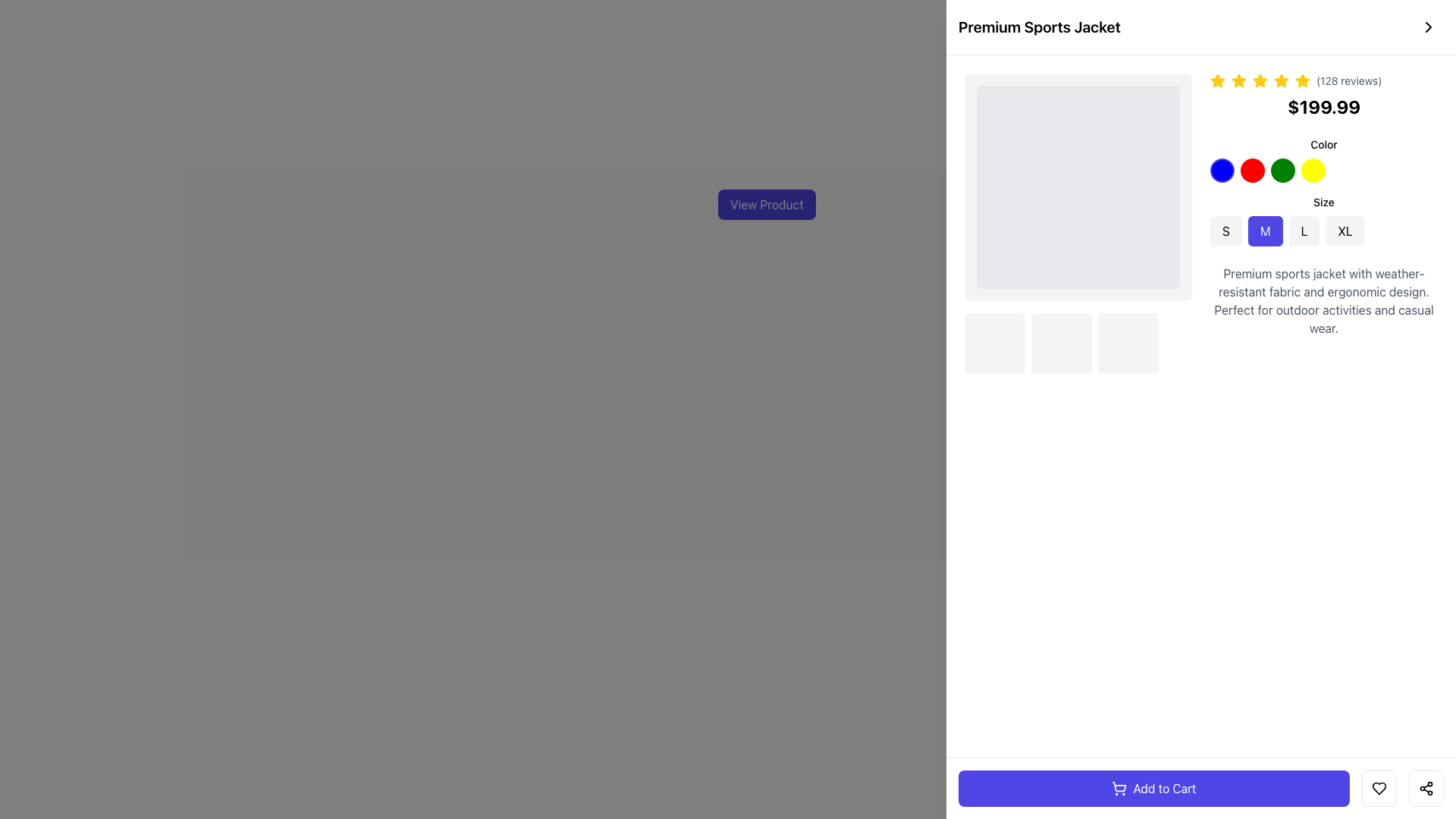 The width and height of the screenshot is (1456, 819). I want to click on the middle interactive block with a light gray background and rounded corners, located beneath the product image, so click(1061, 343).